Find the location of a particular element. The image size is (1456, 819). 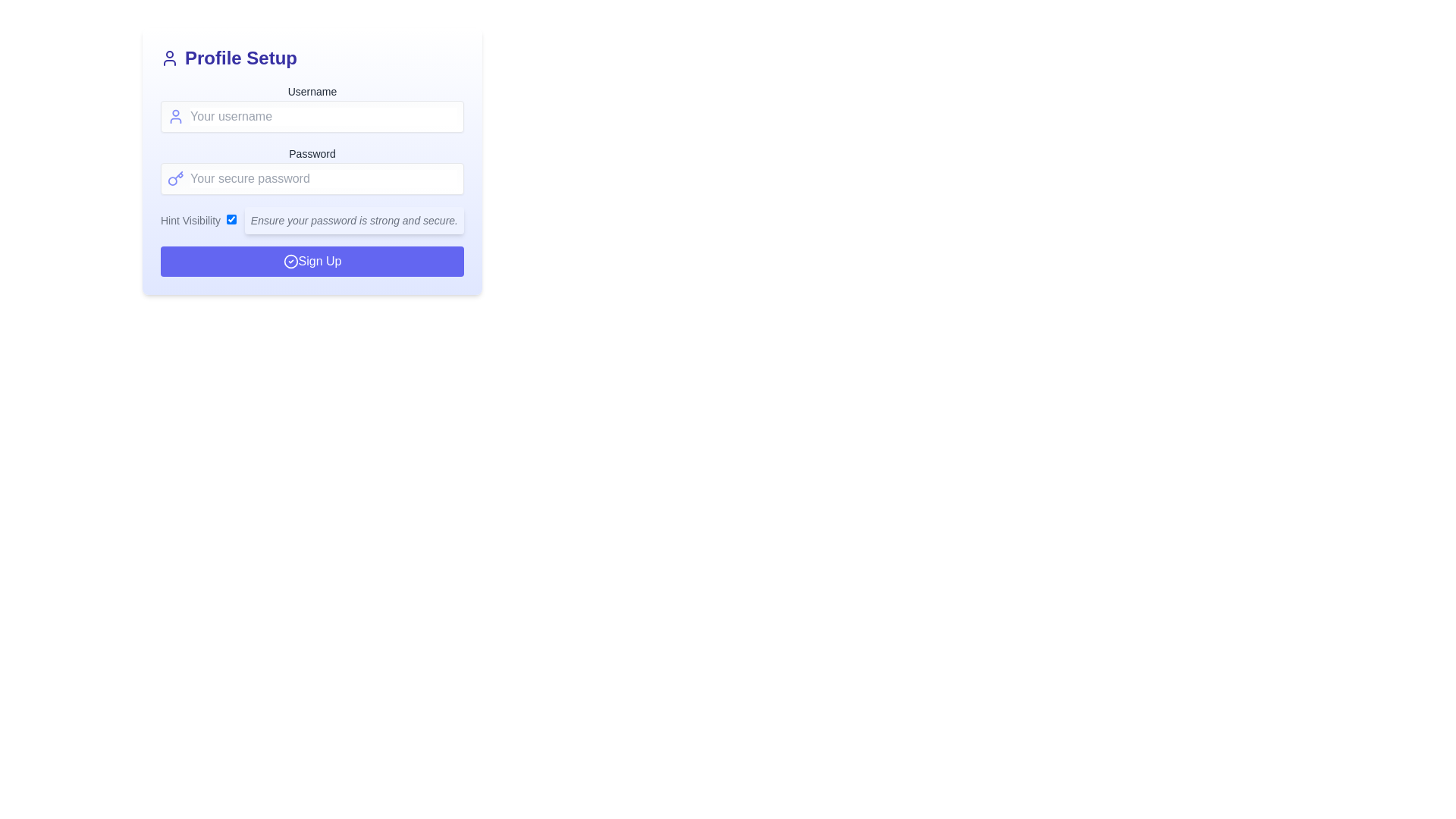

the decorative SVG circle element associated with the 'Sign Up' button located in the lower section of the form is located at coordinates (290, 260).